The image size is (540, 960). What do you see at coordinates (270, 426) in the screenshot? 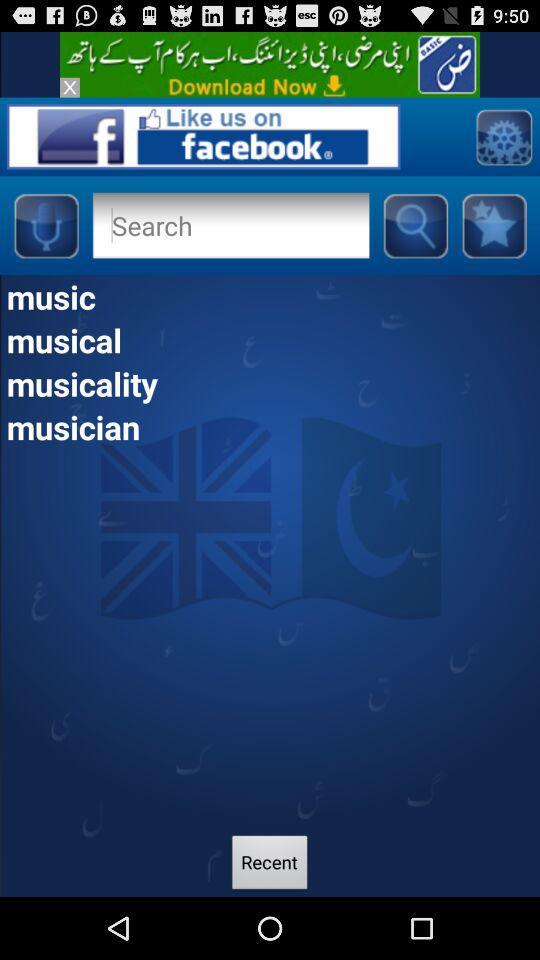
I see `item below musicality item` at bounding box center [270, 426].